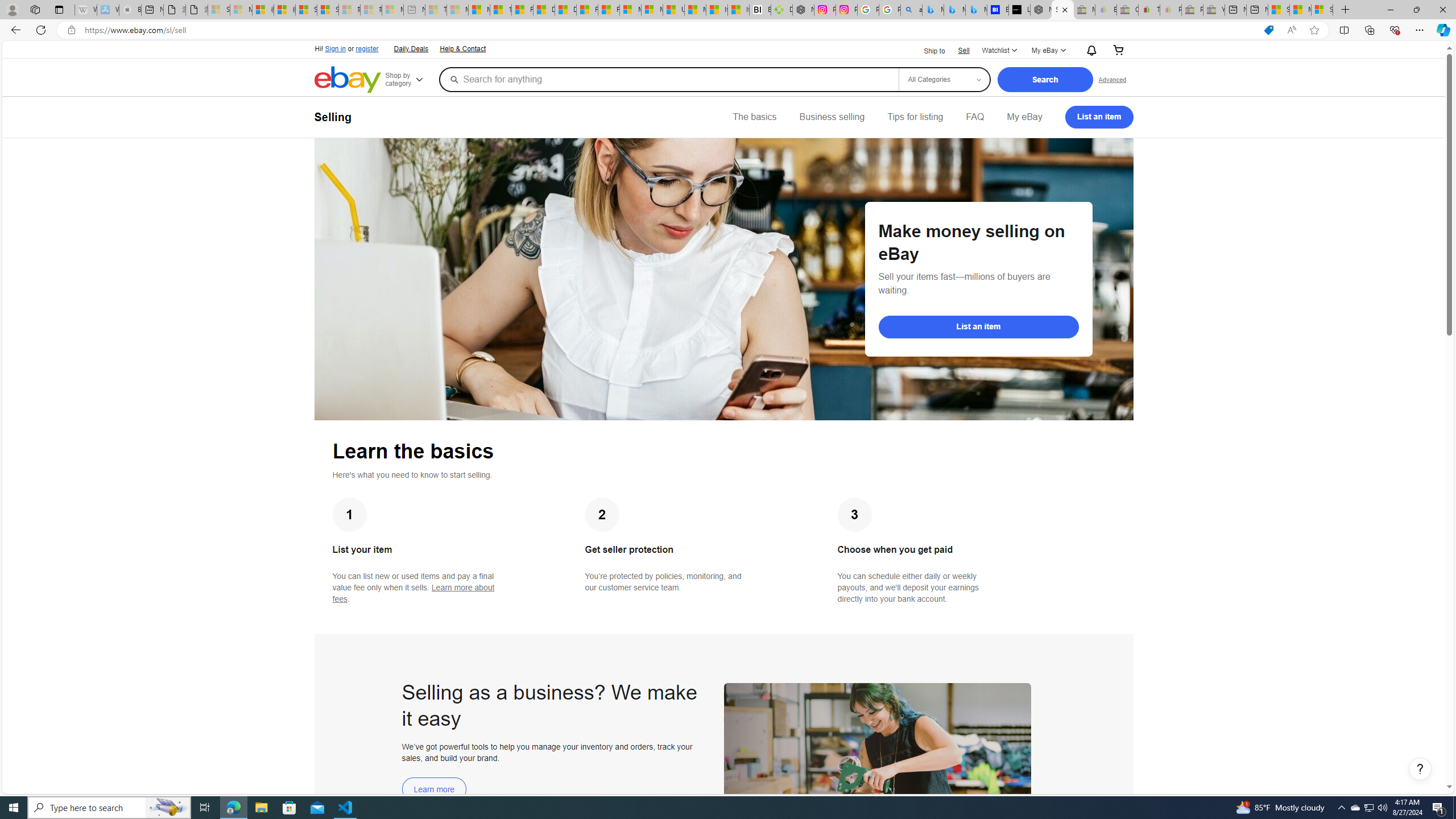  Describe the element at coordinates (218, 9) in the screenshot. I see `'Sign in to your Microsoft account - Sleeping'` at that location.